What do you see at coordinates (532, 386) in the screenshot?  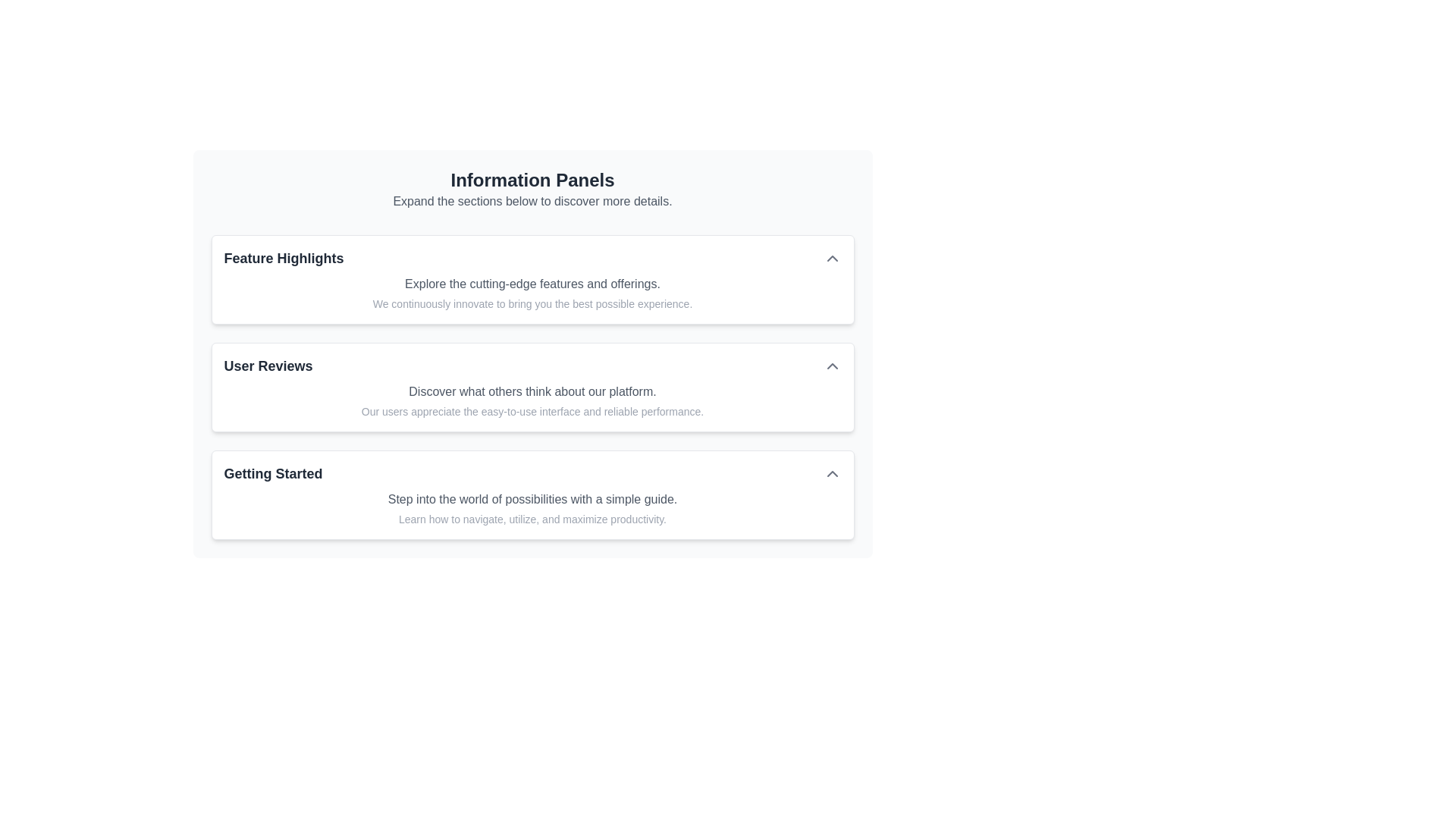 I see `the 'User Reviews' Information panel, which features a bold heading and is positioned between 'Feature Highlights' and 'Getting Started' sections, by clicking on it to access related elements such as the toggle or linked items` at bounding box center [532, 386].